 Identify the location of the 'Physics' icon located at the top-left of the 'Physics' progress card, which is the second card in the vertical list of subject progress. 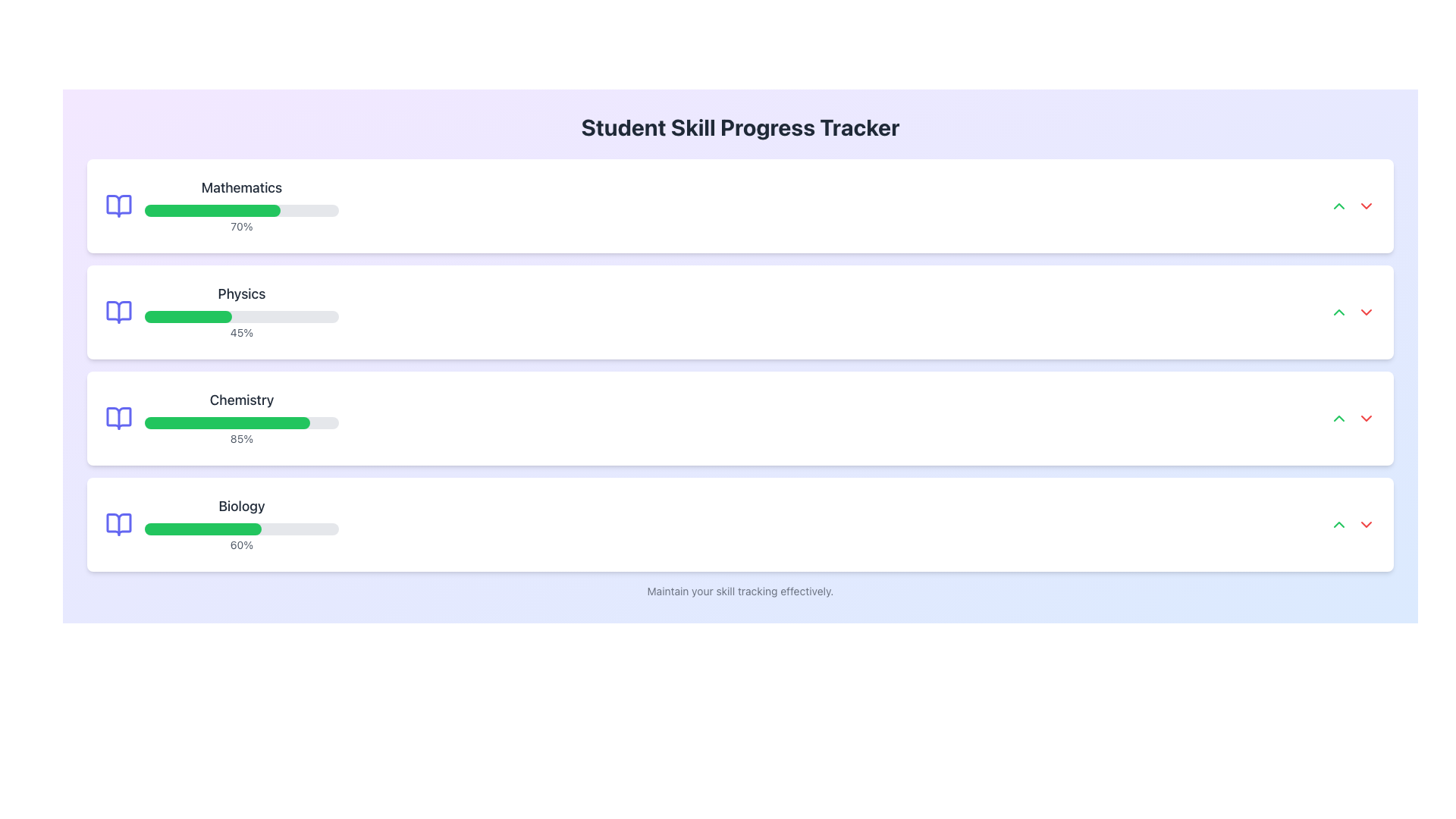
(118, 312).